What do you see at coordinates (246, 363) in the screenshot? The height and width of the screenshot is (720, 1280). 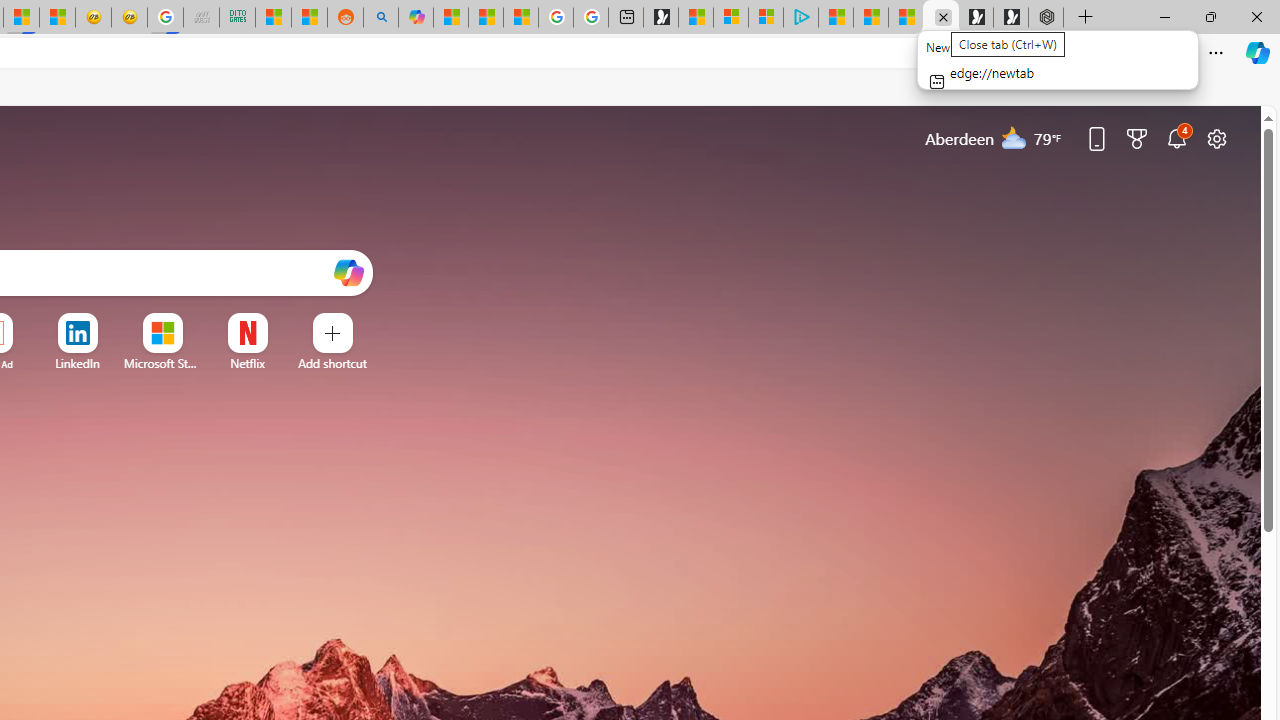 I see `'Netflix'` at bounding box center [246, 363].